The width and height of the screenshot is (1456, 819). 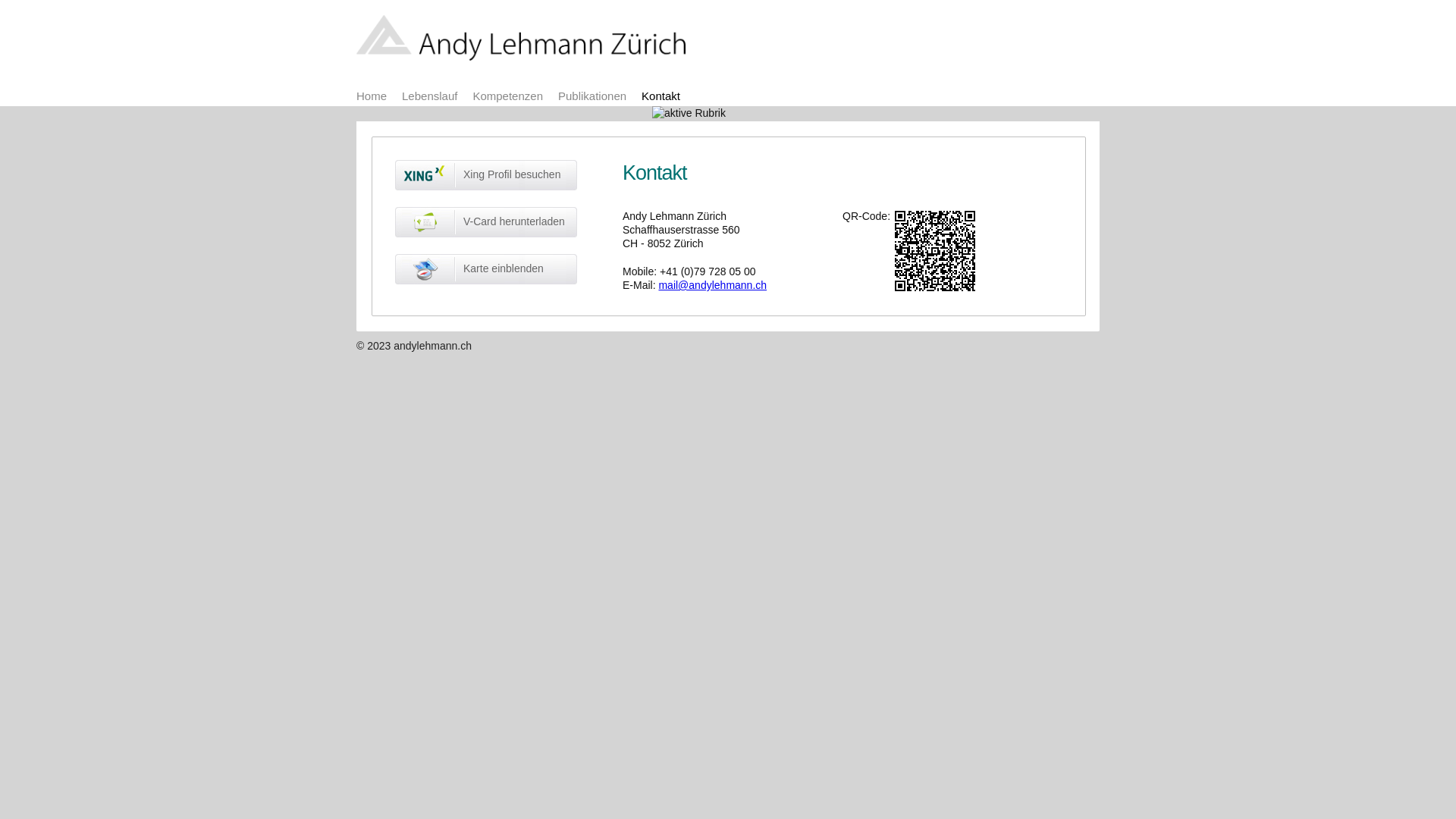 I want to click on 'Publikationen', so click(x=591, y=96).